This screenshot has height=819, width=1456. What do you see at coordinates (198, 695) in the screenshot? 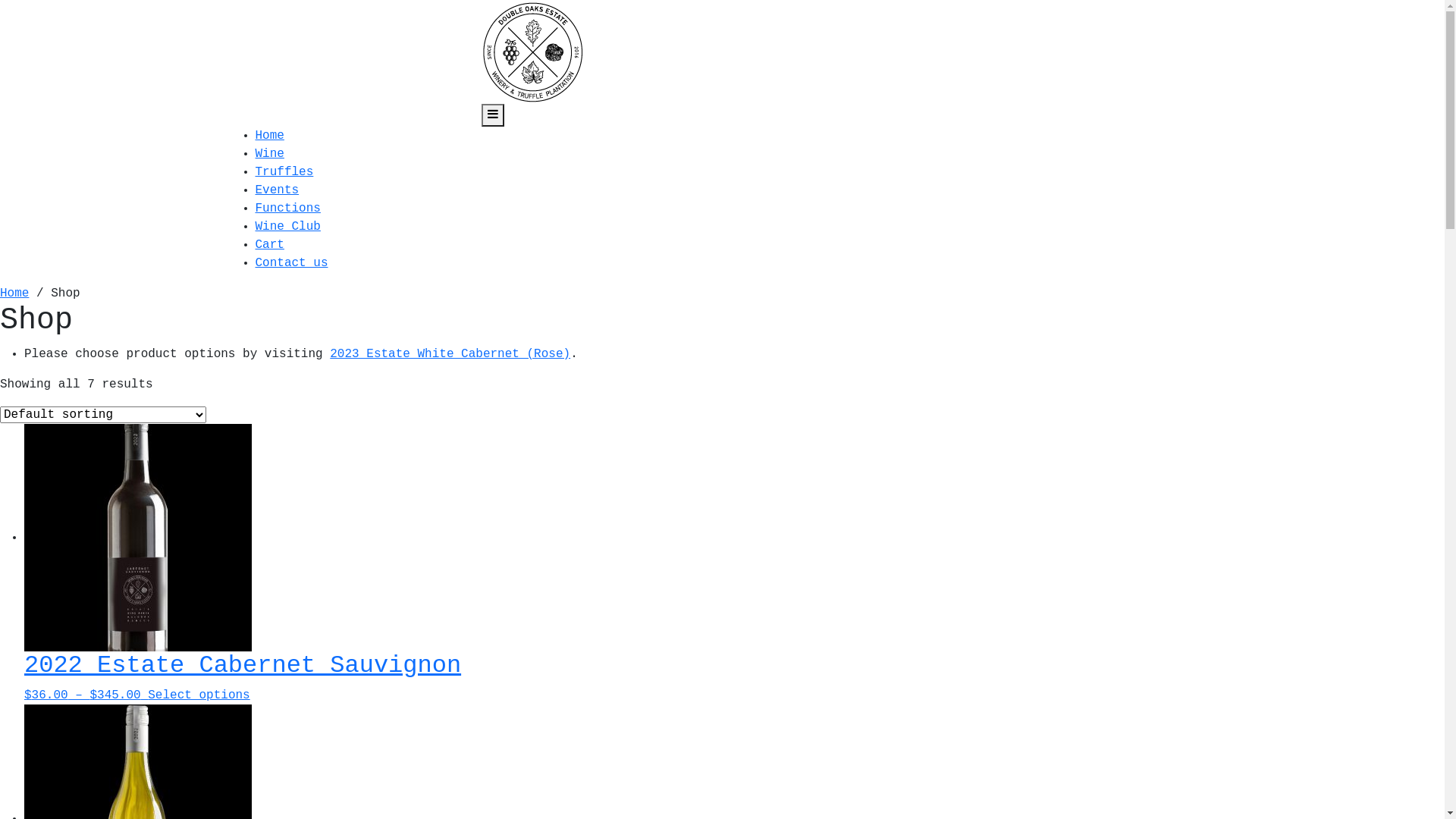
I see `'Select options'` at bounding box center [198, 695].